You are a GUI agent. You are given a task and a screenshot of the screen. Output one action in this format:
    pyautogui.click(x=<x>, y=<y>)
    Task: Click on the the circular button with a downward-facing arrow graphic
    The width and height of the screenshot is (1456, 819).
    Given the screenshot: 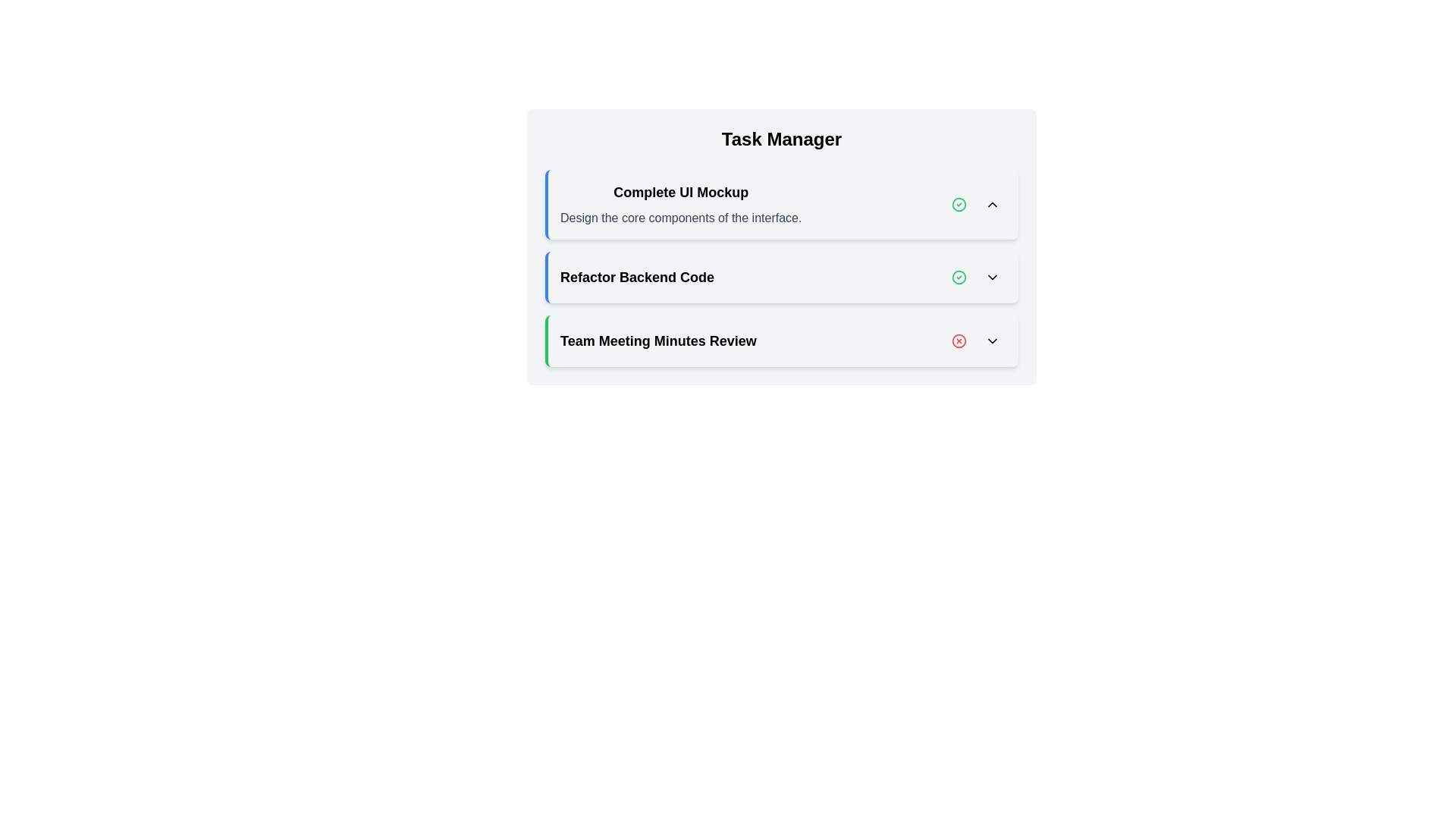 What is the action you would take?
    pyautogui.click(x=993, y=278)
    